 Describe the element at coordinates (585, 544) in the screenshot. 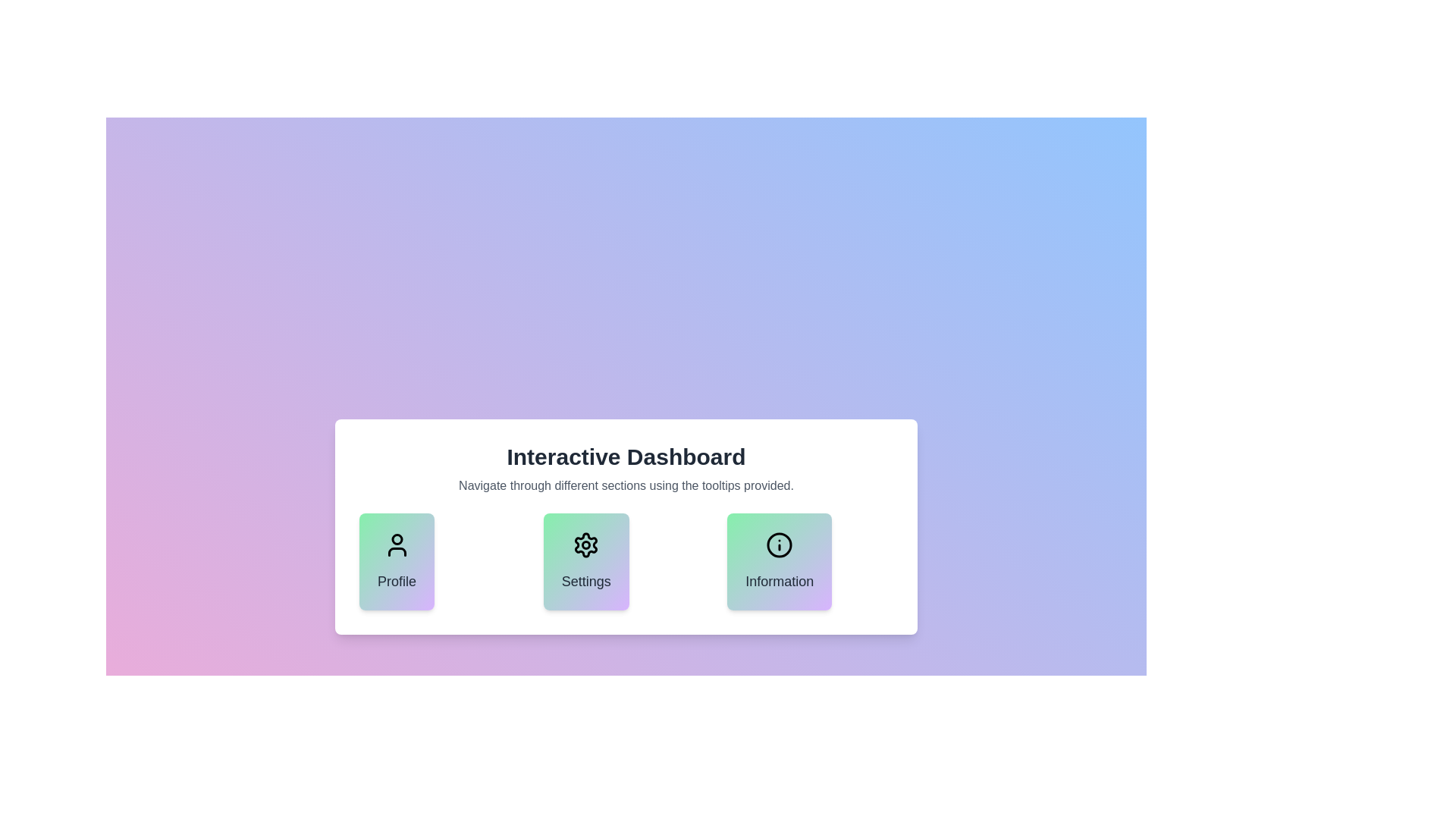

I see `the gear icon representing settings, located in the center card of the three-card layout below the 'Interactive Dashboard' text` at that location.